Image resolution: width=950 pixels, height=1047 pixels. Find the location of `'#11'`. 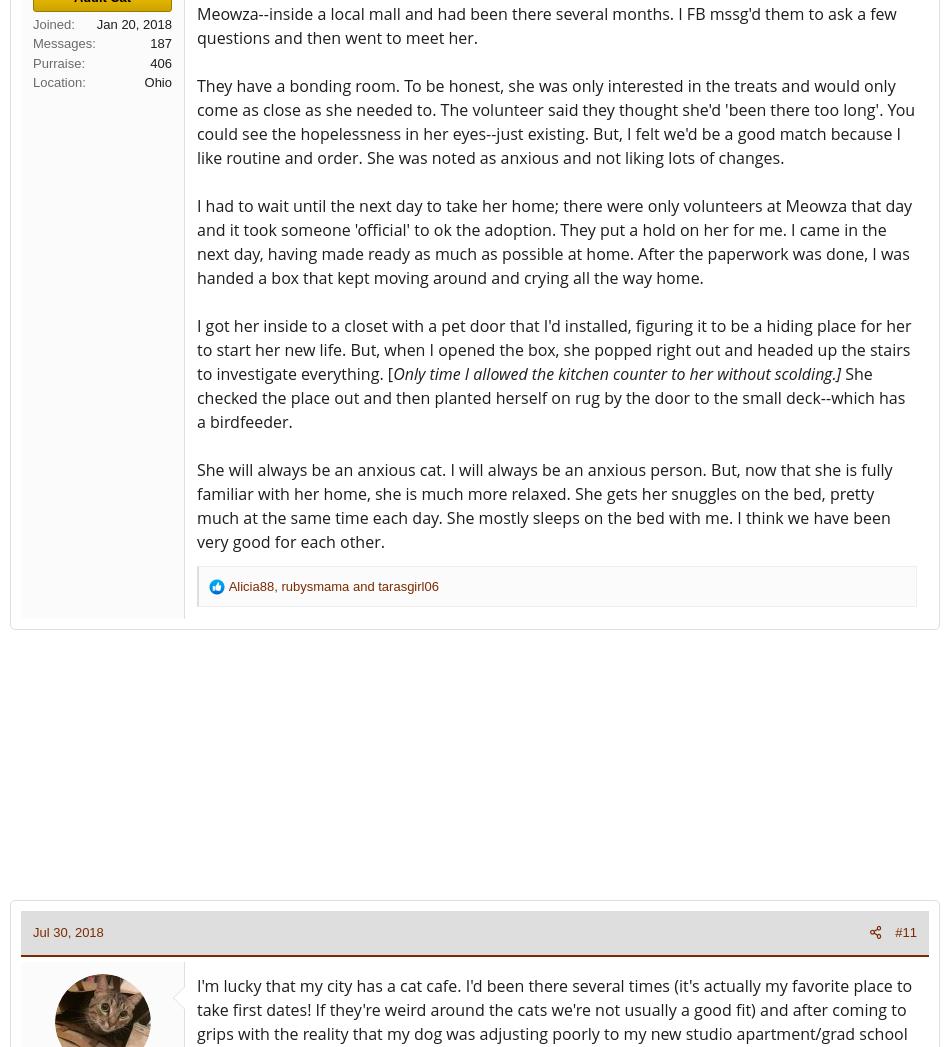

'#11' is located at coordinates (893, 932).